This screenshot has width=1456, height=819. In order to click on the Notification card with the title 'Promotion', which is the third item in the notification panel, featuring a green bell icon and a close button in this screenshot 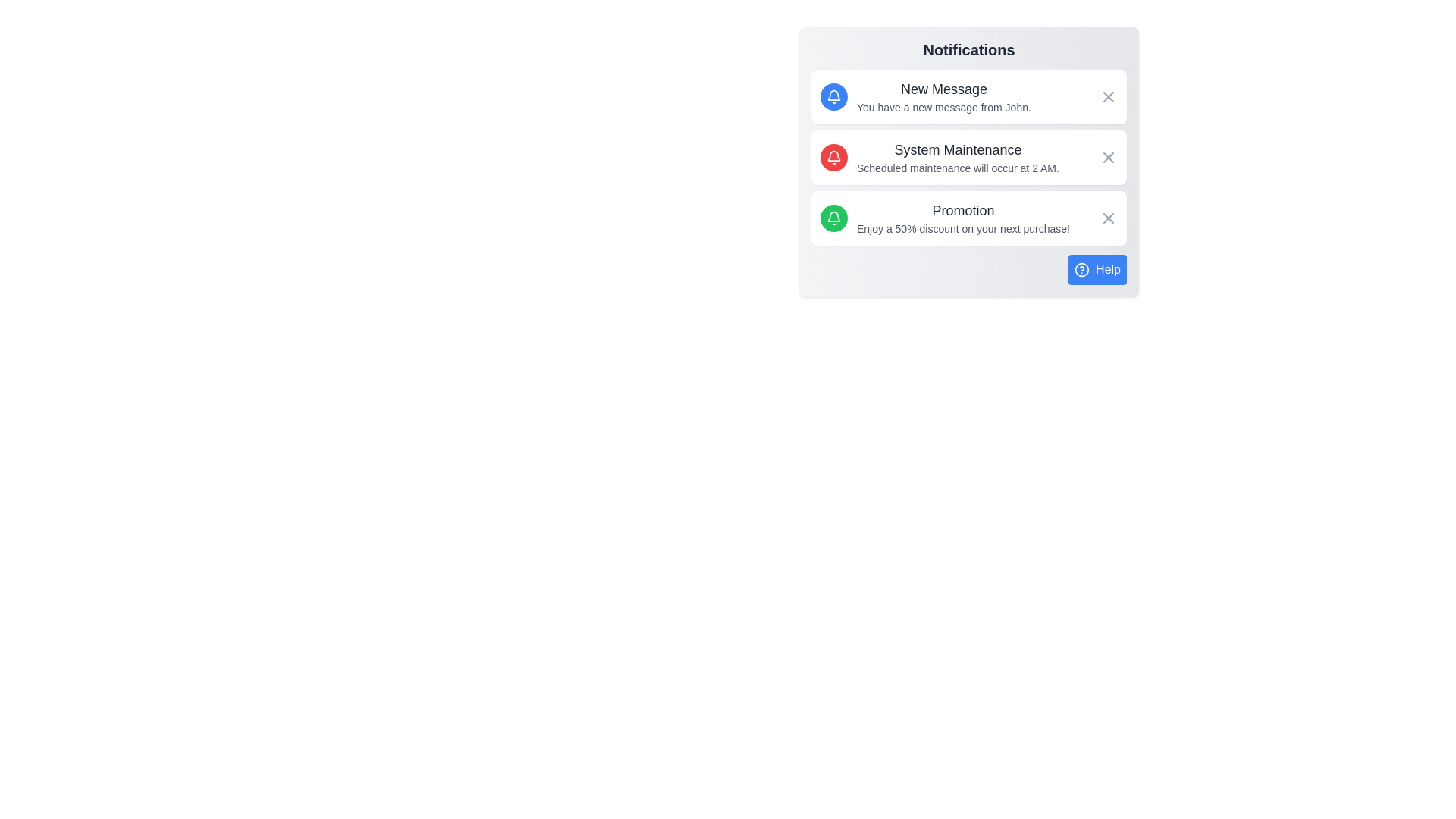, I will do `click(968, 218)`.